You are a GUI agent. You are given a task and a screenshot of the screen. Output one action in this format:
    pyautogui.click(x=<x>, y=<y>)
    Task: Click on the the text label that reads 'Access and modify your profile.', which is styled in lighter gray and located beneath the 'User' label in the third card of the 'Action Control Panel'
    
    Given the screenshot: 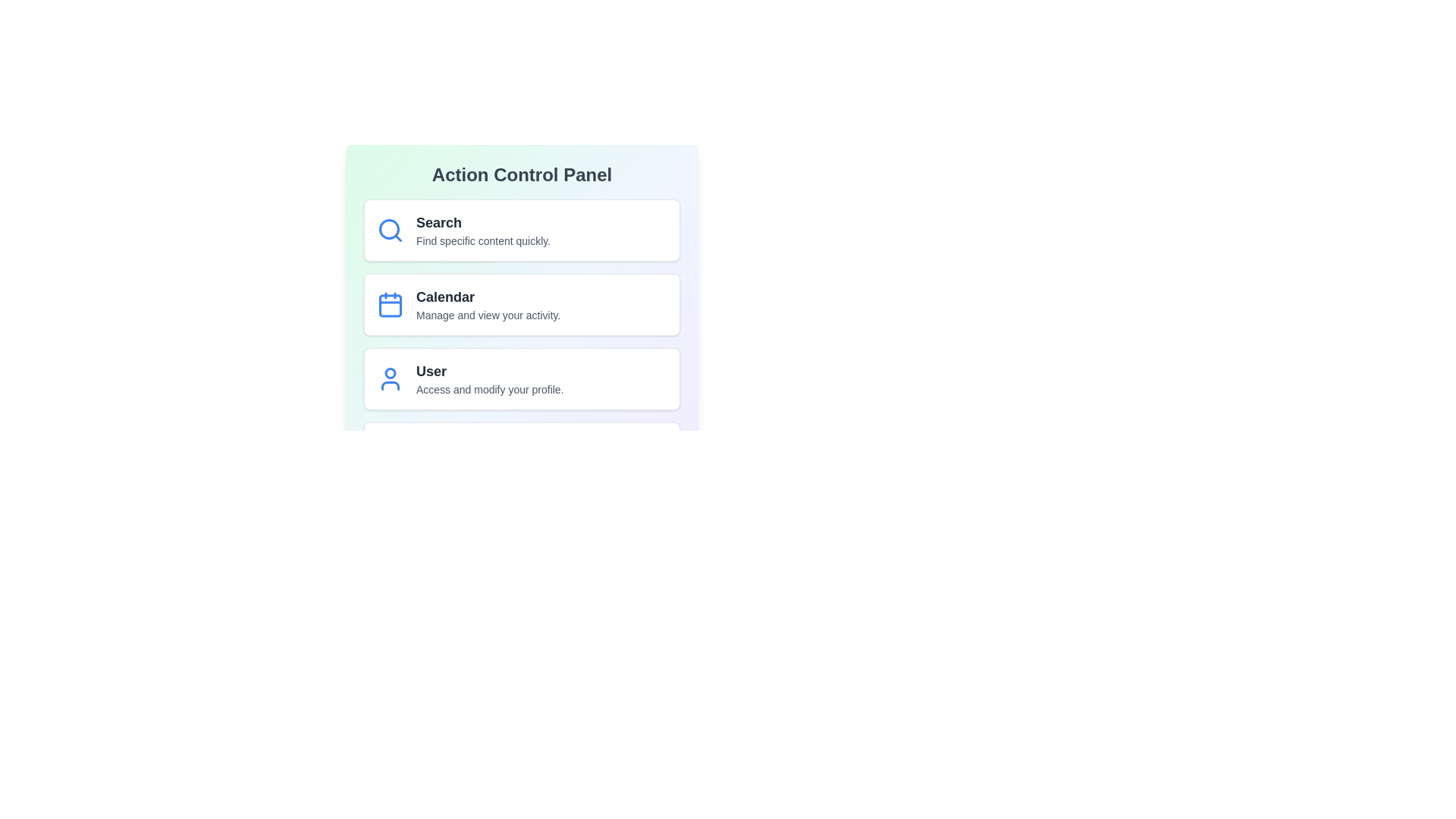 What is the action you would take?
    pyautogui.click(x=490, y=388)
    